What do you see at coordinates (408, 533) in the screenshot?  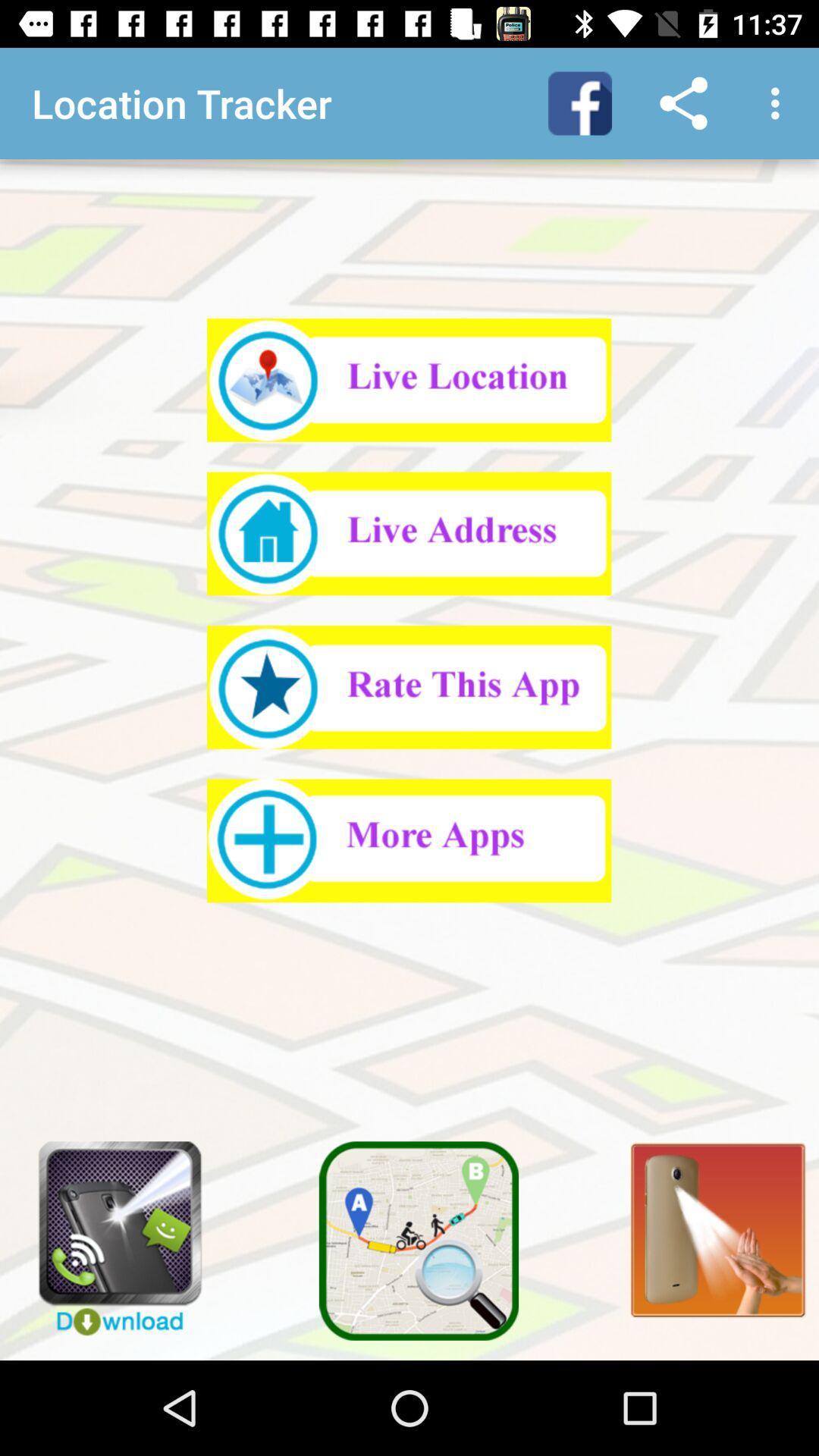 I see `choose a location tracker` at bounding box center [408, 533].